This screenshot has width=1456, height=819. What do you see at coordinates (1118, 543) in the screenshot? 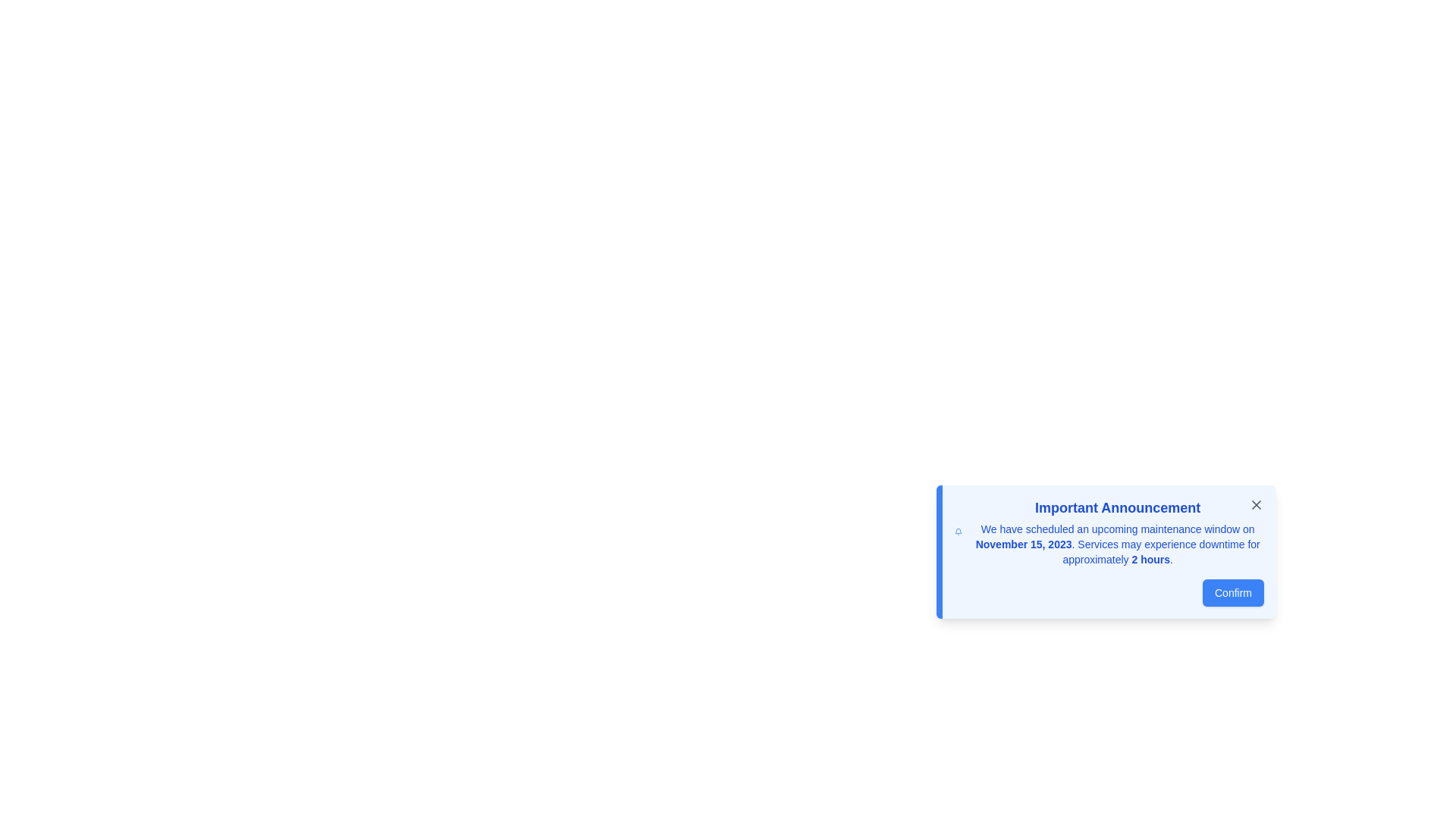
I see `the static text block conveying information about scheduled maintenance located below the 'Important Announcement' heading in the notification dialog` at bounding box center [1118, 543].